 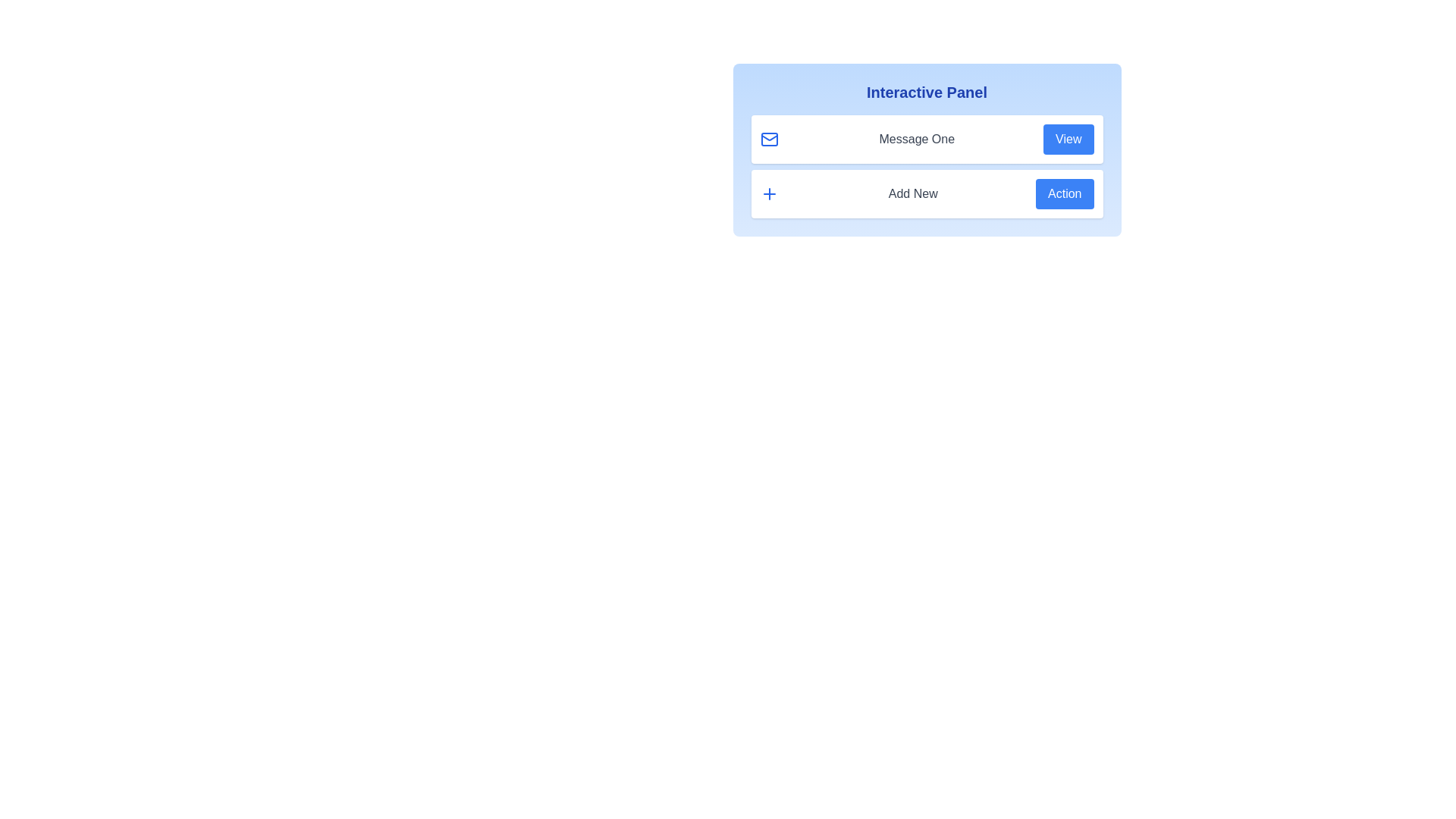 I want to click on the text 'Message One' to select it, so click(x=916, y=140).